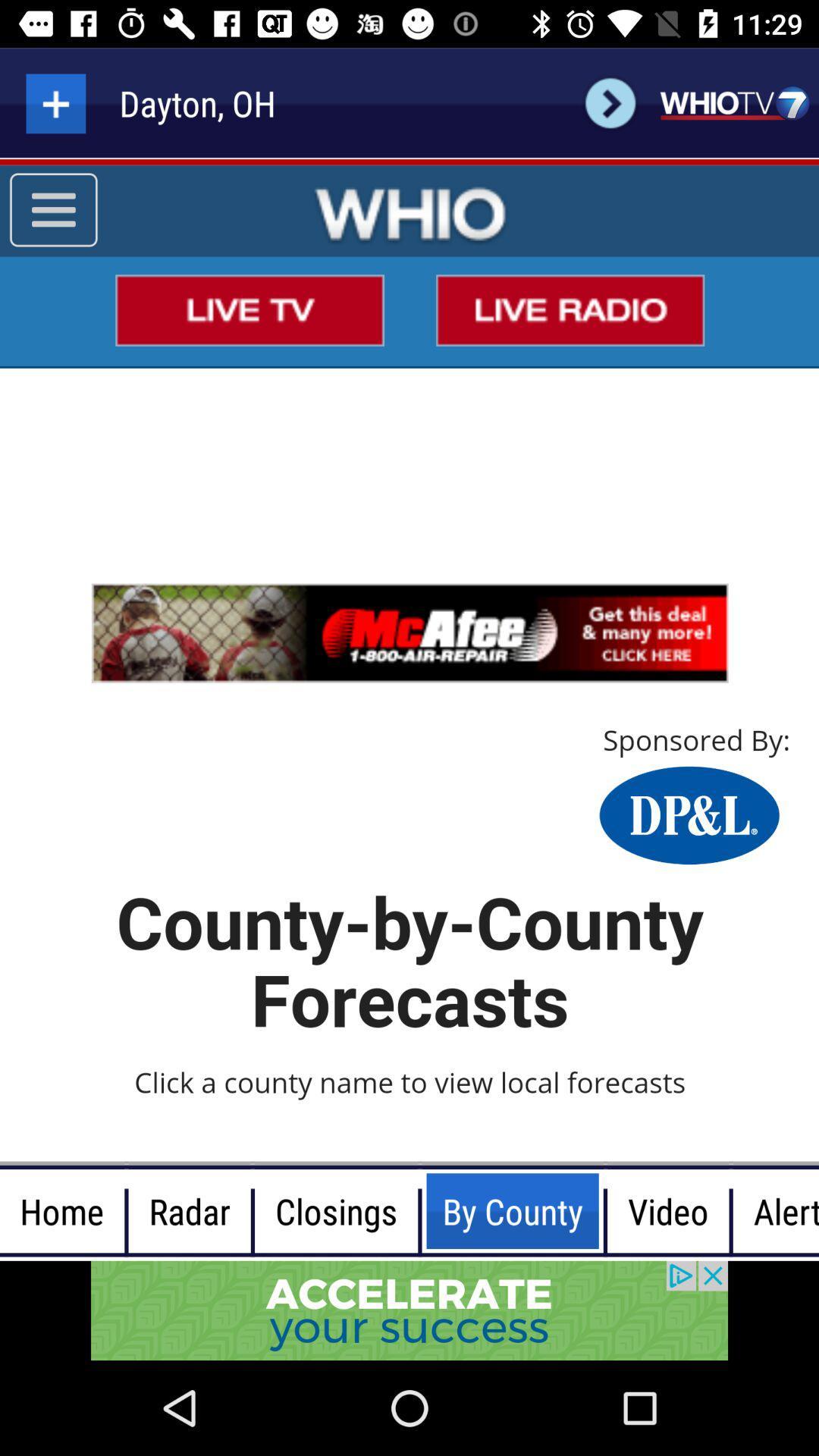  What do you see at coordinates (610, 102) in the screenshot?
I see `the next arrow` at bounding box center [610, 102].